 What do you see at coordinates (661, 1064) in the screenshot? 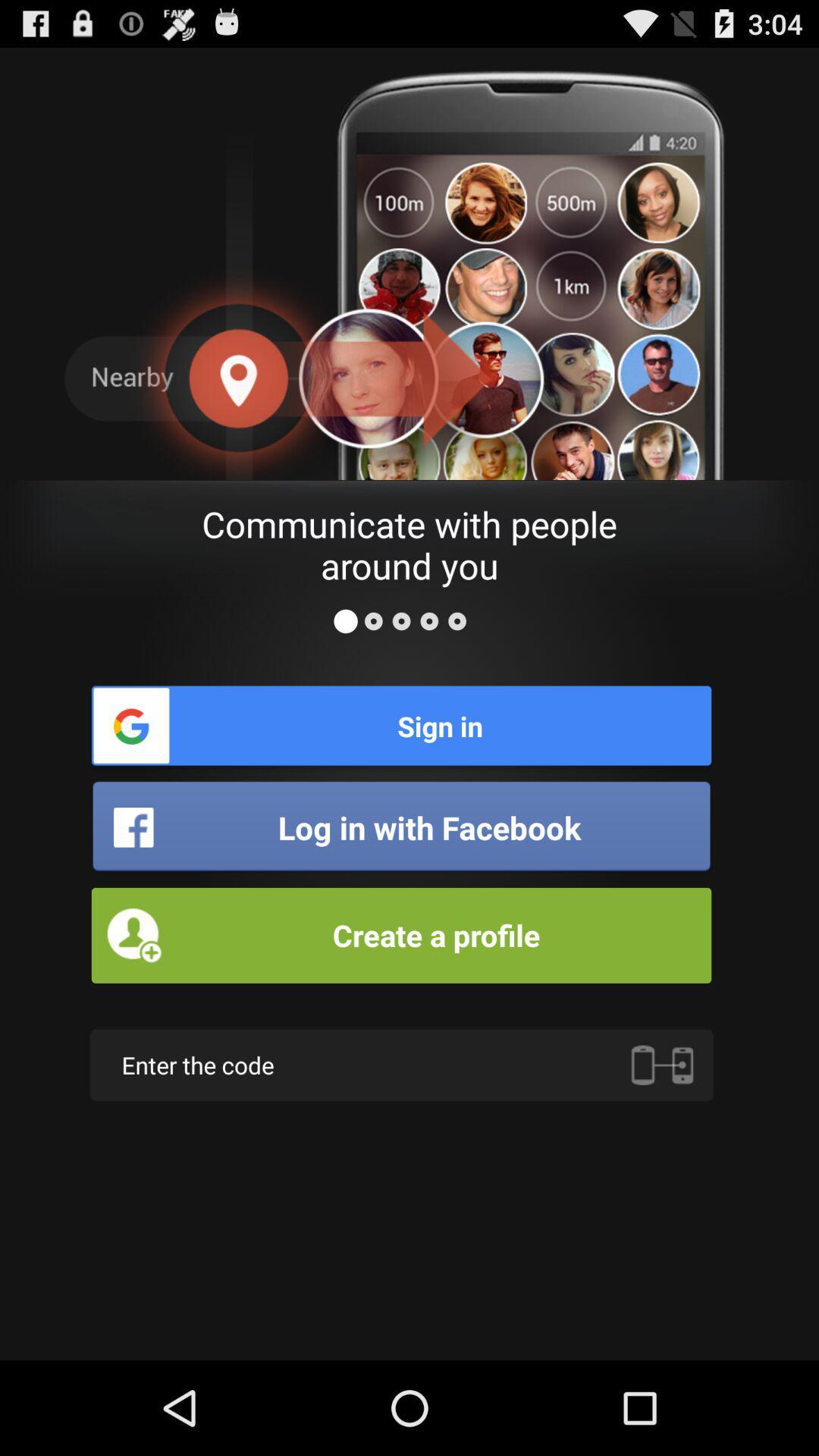
I see `the button below create a profile icon` at bounding box center [661, 1064].